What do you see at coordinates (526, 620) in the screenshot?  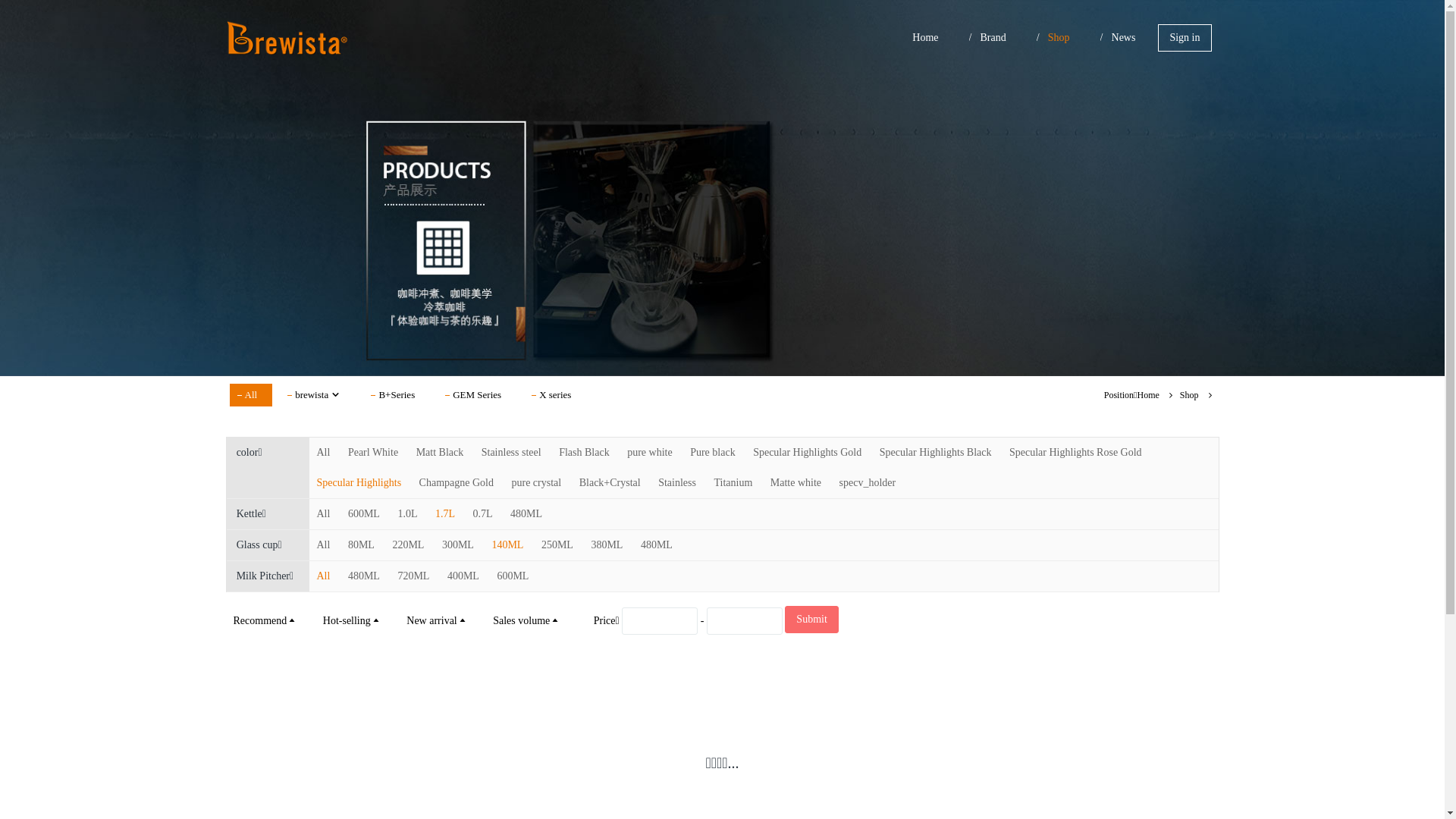 I see `'Sales volume'` at bounding box center [526, 620].